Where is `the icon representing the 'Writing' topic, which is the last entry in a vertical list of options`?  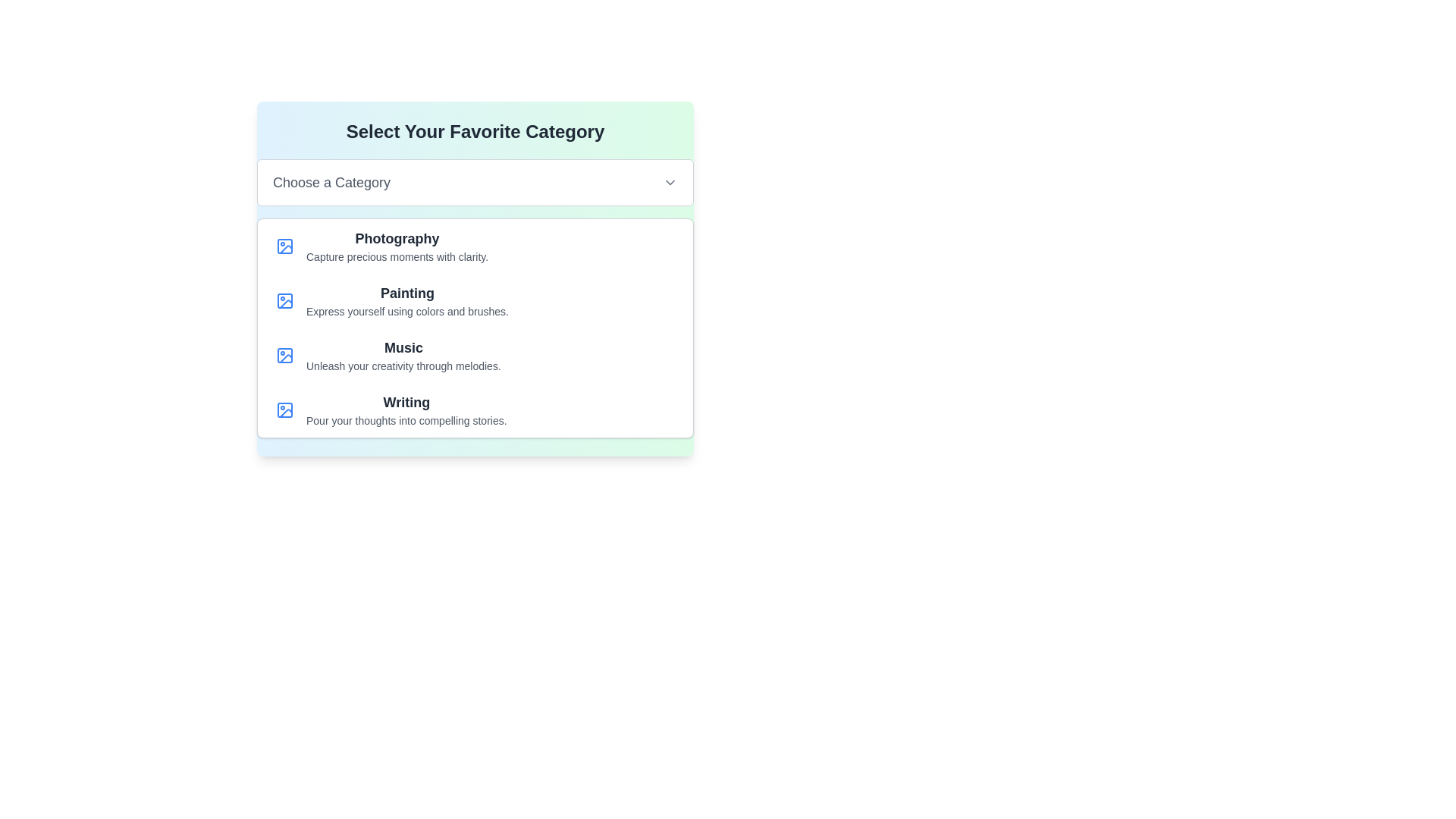 the icon representing the 'Writing' topic, which is the last entry in a vertical list of options is located at coordinates (284, 409).